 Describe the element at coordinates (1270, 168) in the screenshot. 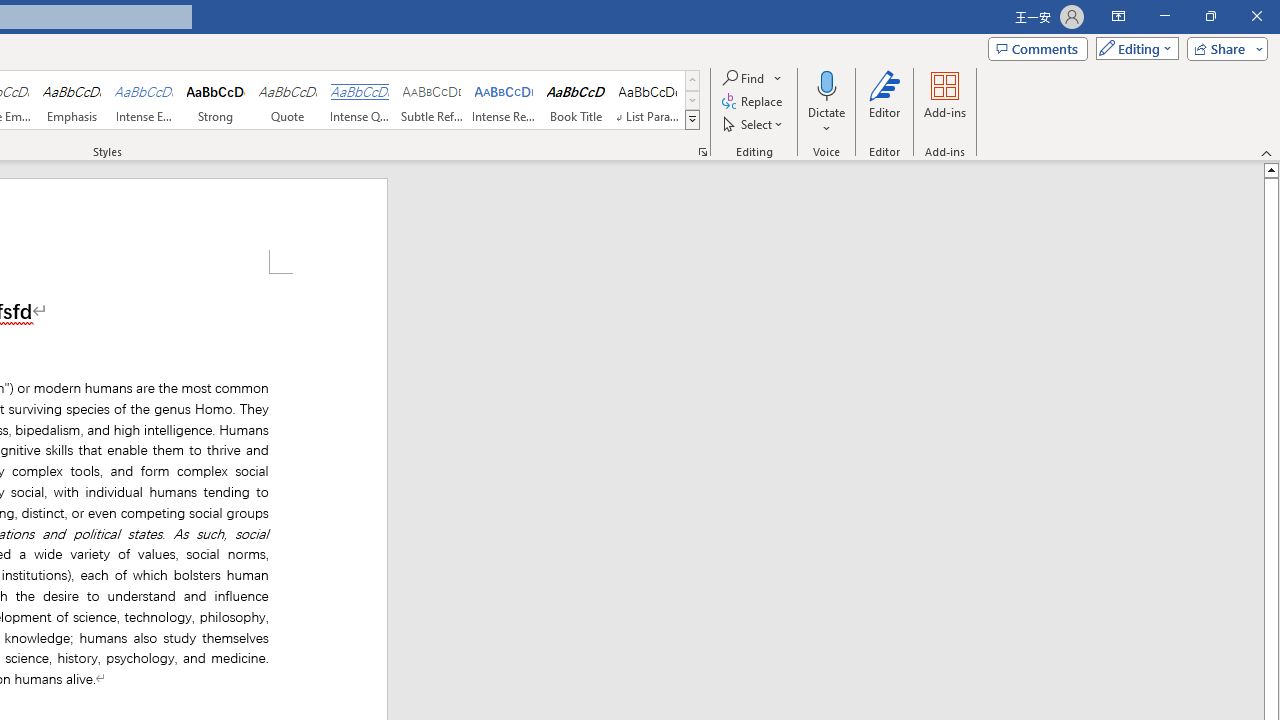

I see `'Line up'` at that location.